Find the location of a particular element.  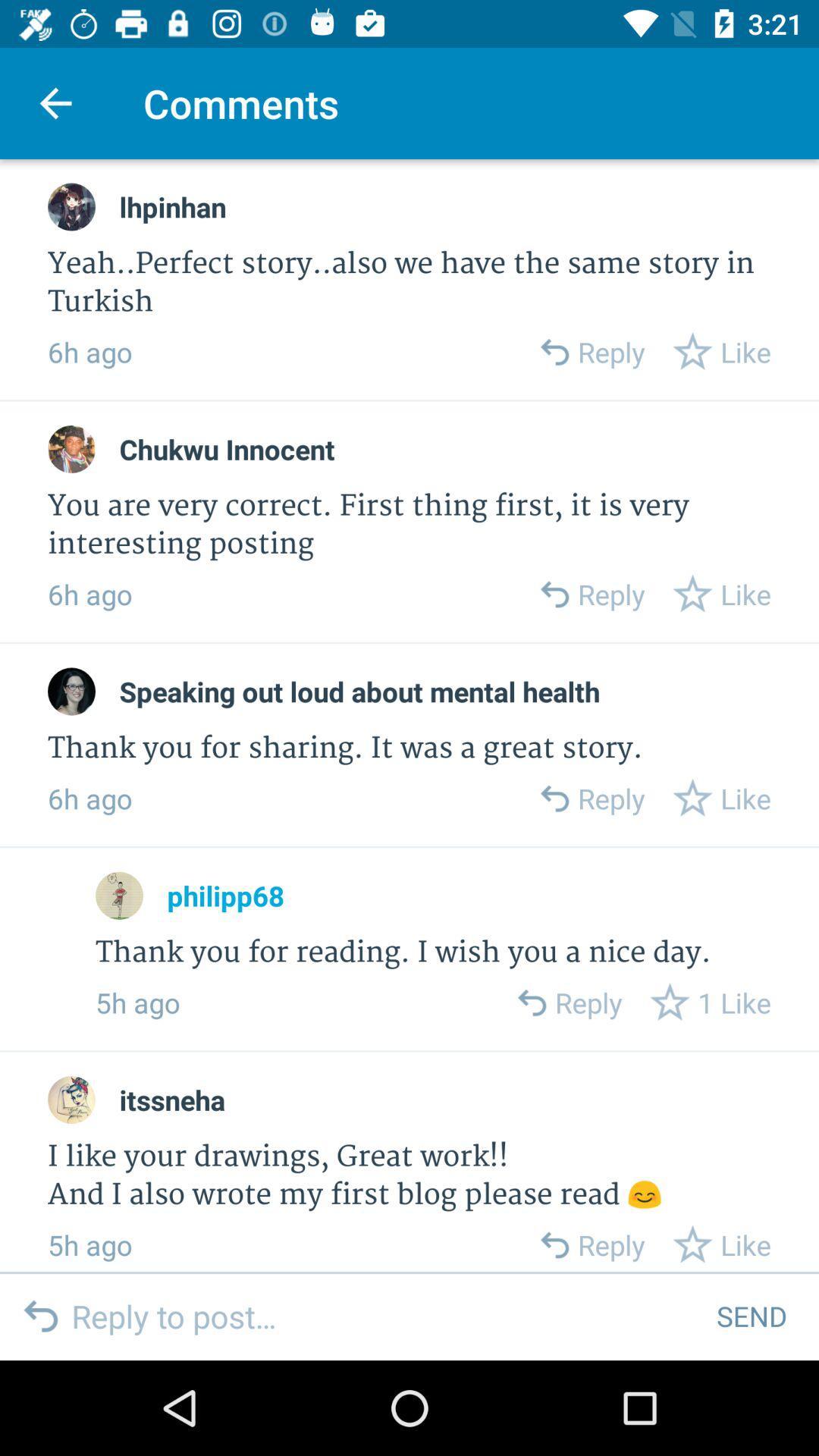

icon below thank you for is located at coordinates (225, 896).